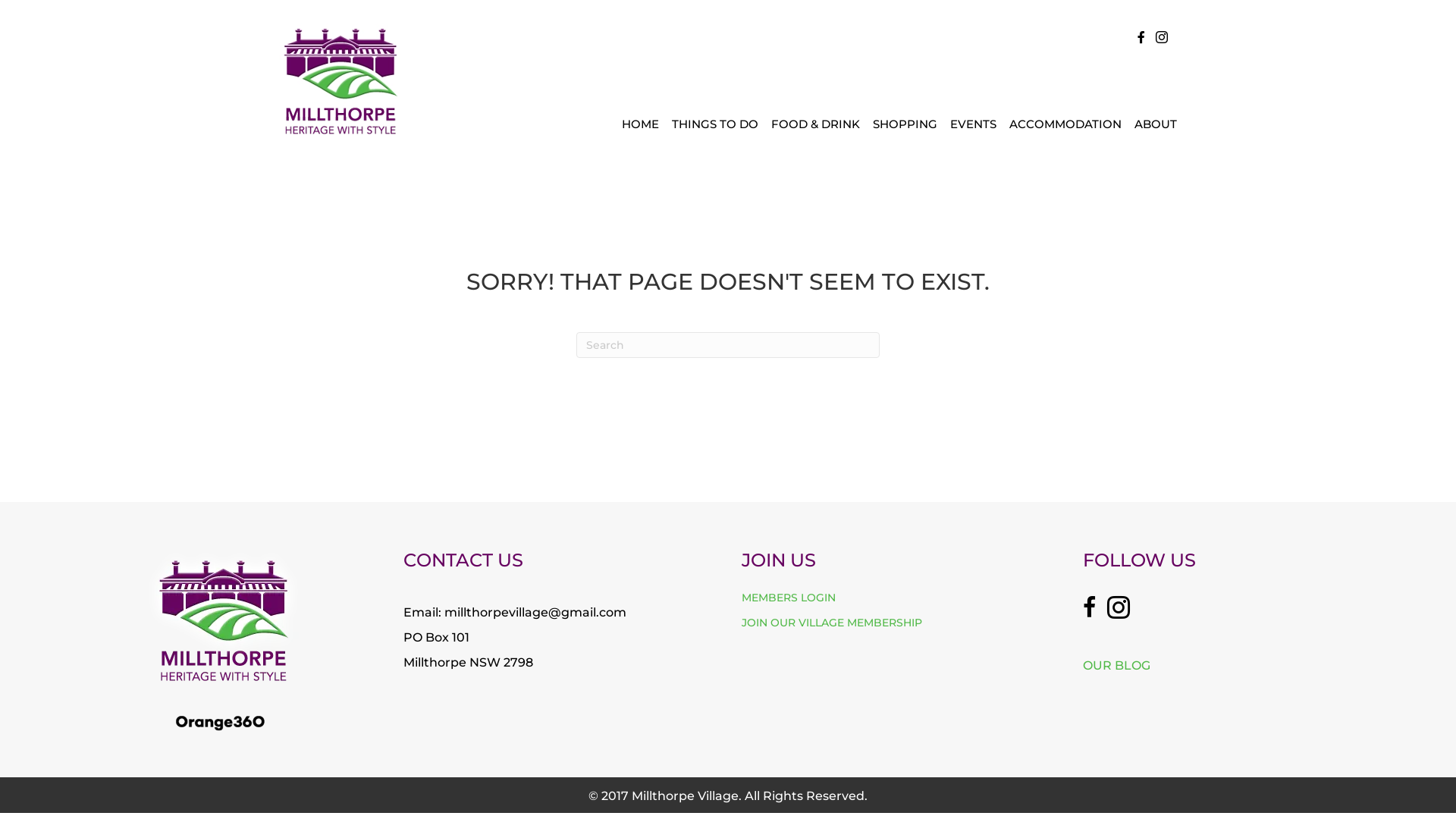 This screenshot has width=1456, height=819. Describe the element at coordinates (1154, 123) in the screenshot. I see `'ABOUT'` at that location.